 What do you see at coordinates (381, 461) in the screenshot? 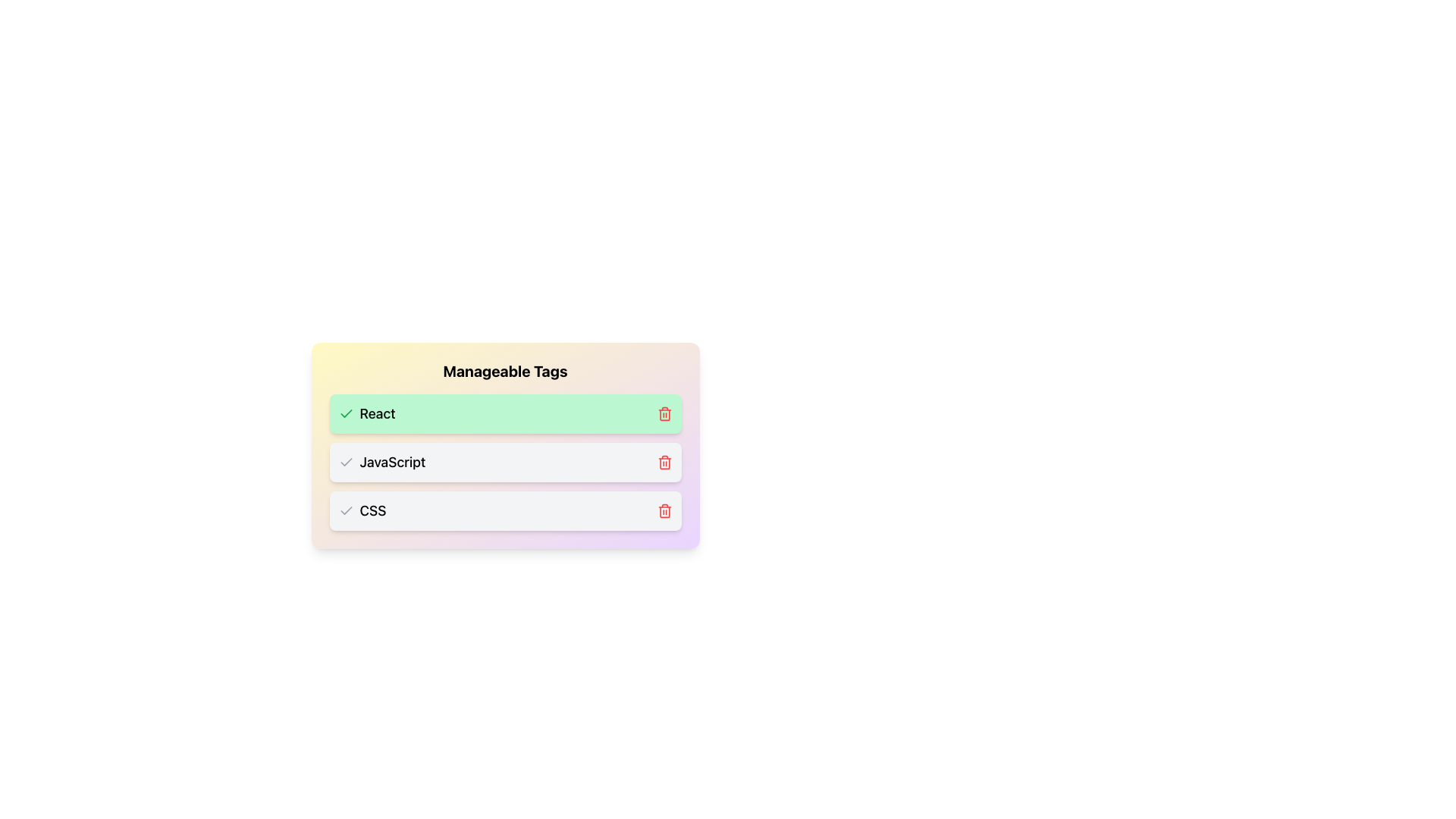
I see `the 'JavaScript' interactive label with a checkbox` at bounding box center [381, 461].